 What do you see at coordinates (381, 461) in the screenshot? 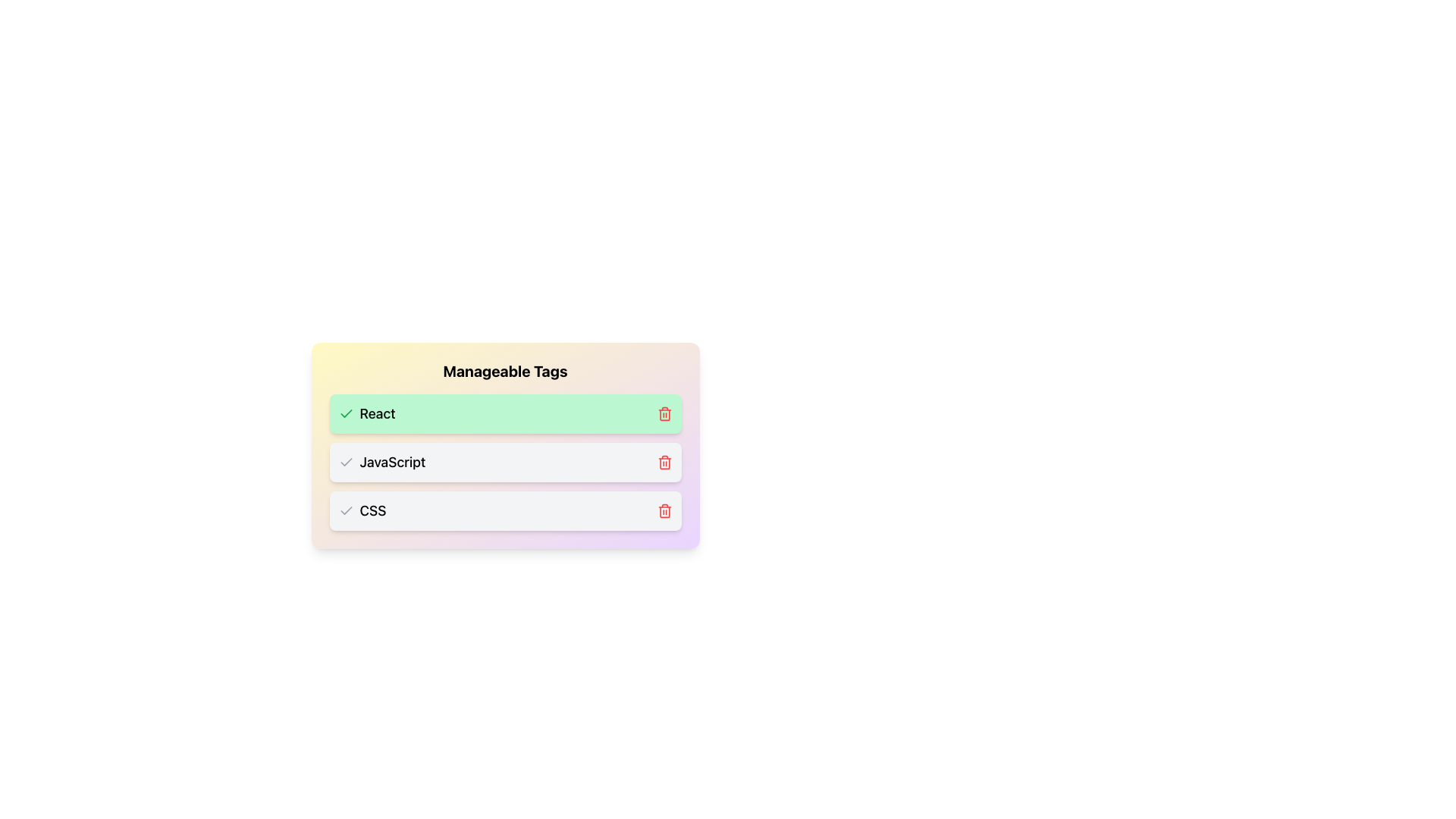
I see `the 'JavaScript' interactive label with a checkbox` at bounding box center [381, 461].